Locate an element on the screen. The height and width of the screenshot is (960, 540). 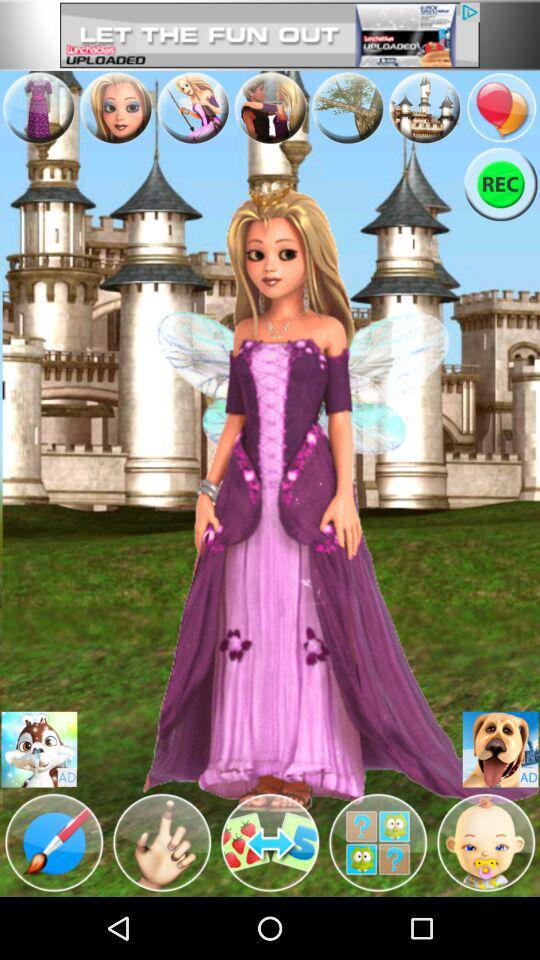
paint bar is located at coordinates (54, 841).